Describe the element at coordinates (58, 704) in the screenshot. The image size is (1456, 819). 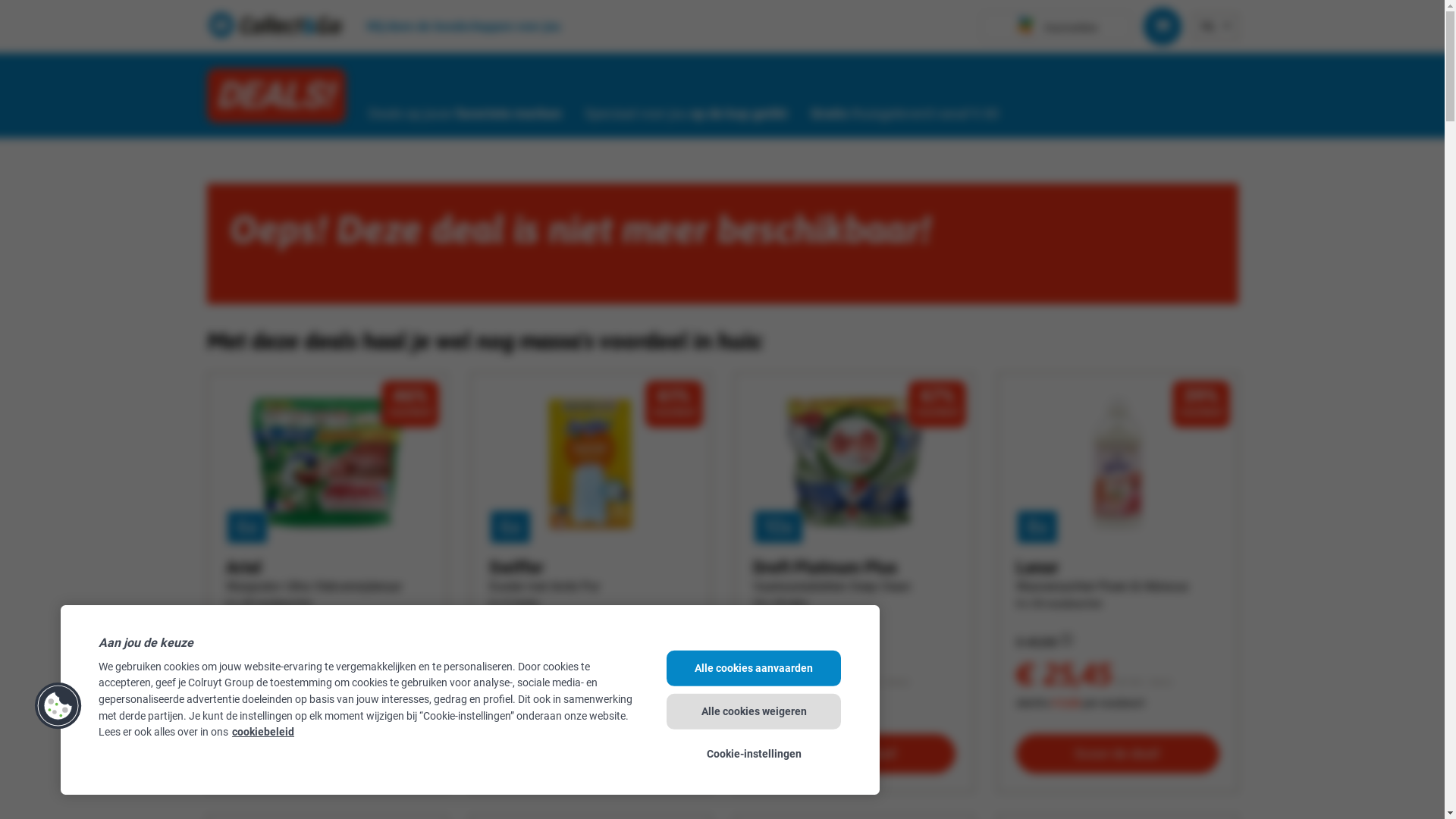
I see `'Cookies Button'` at that location.